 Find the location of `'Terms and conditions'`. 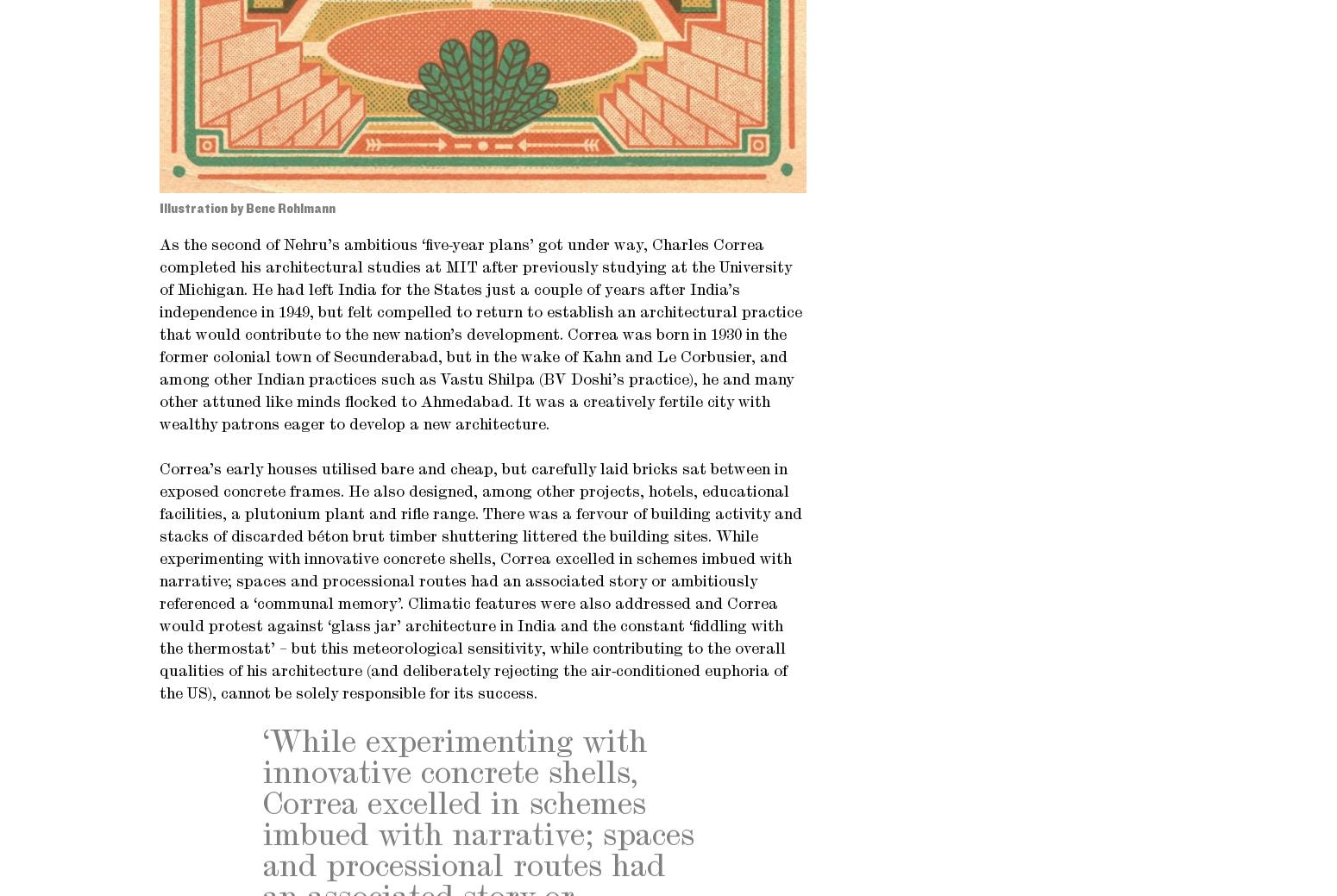

'Terms and conditions' is located at coordinates (843, 110).